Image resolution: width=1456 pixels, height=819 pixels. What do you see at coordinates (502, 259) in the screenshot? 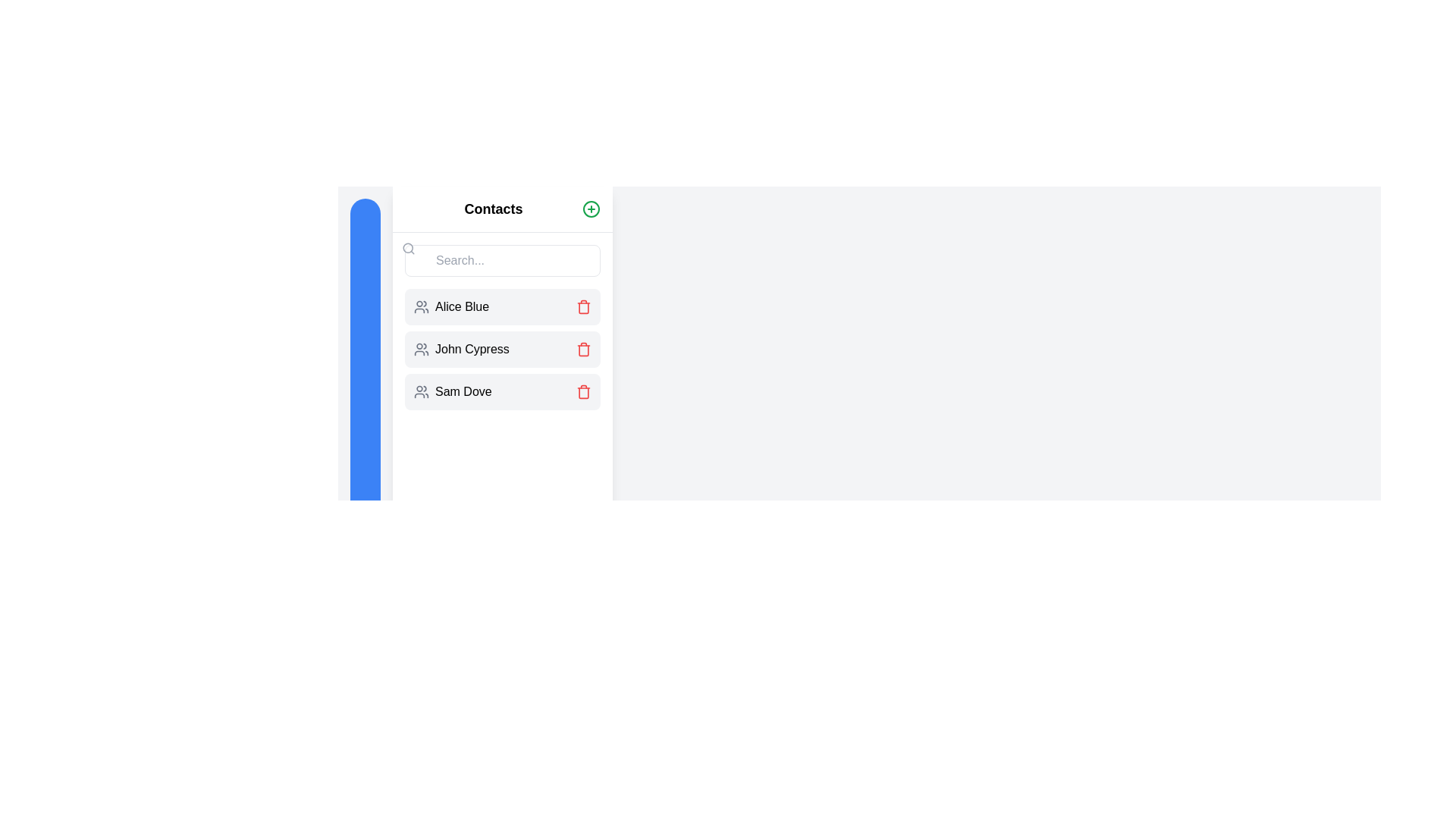
I see `the search input field located below the 'Contacts' title` at bounding box center [502, 259].